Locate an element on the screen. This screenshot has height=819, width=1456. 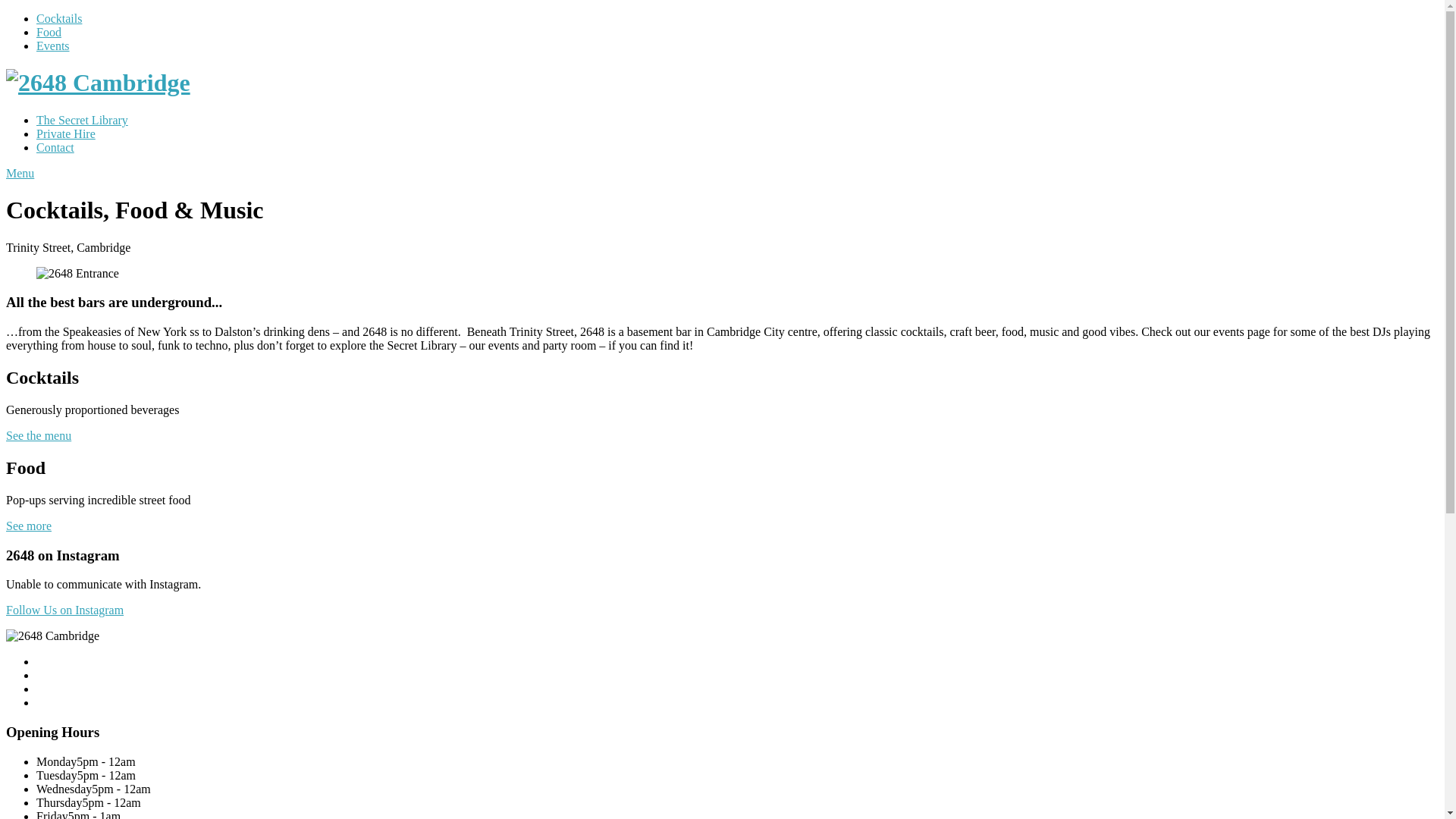
'Follow Us on Instagram' is located at coordinates (64, 609).